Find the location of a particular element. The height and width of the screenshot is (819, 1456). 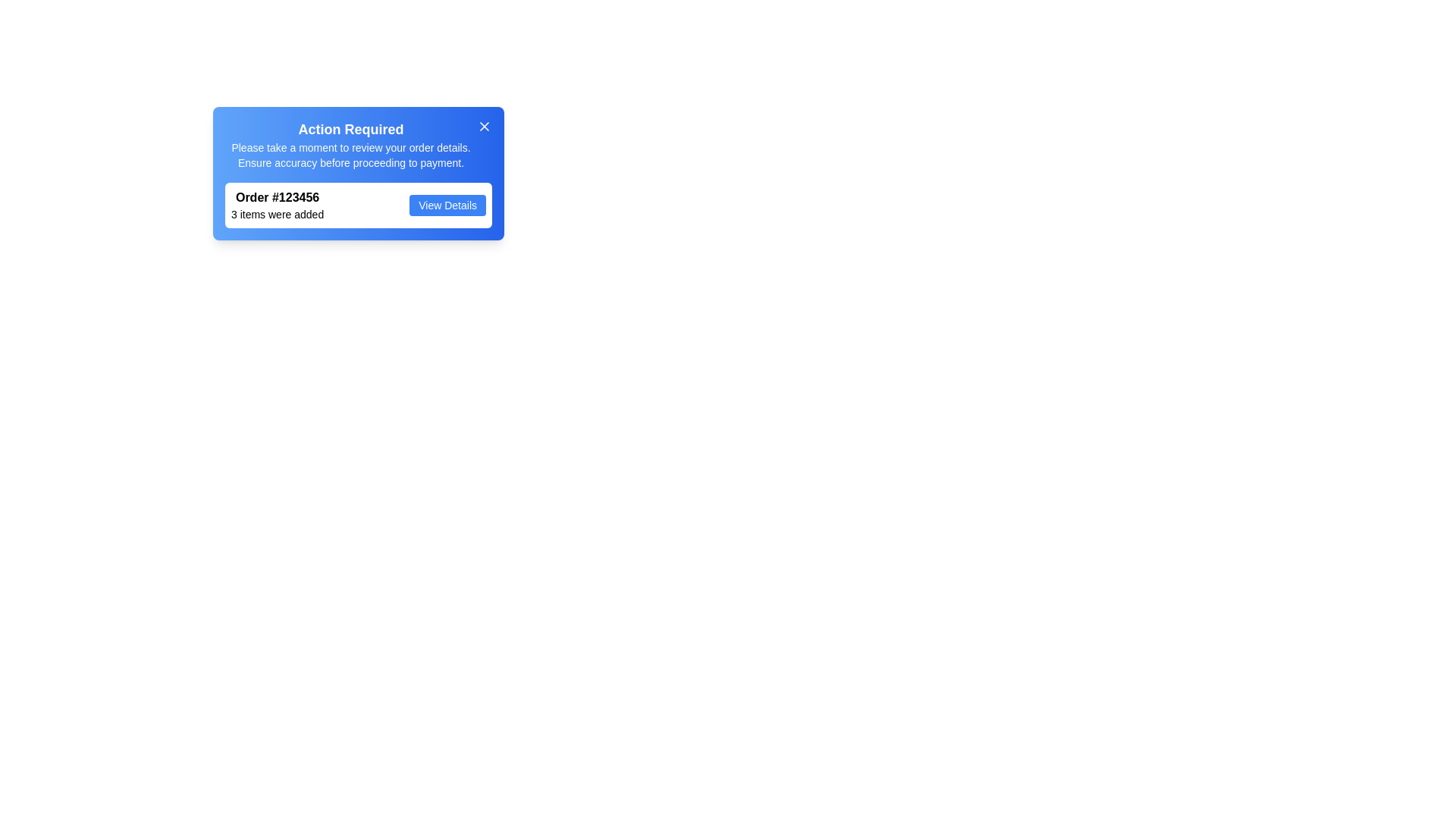

the slanted cross (X) shaped button located at the top-right corner of the notification banner is located at coordinates (483, 125).